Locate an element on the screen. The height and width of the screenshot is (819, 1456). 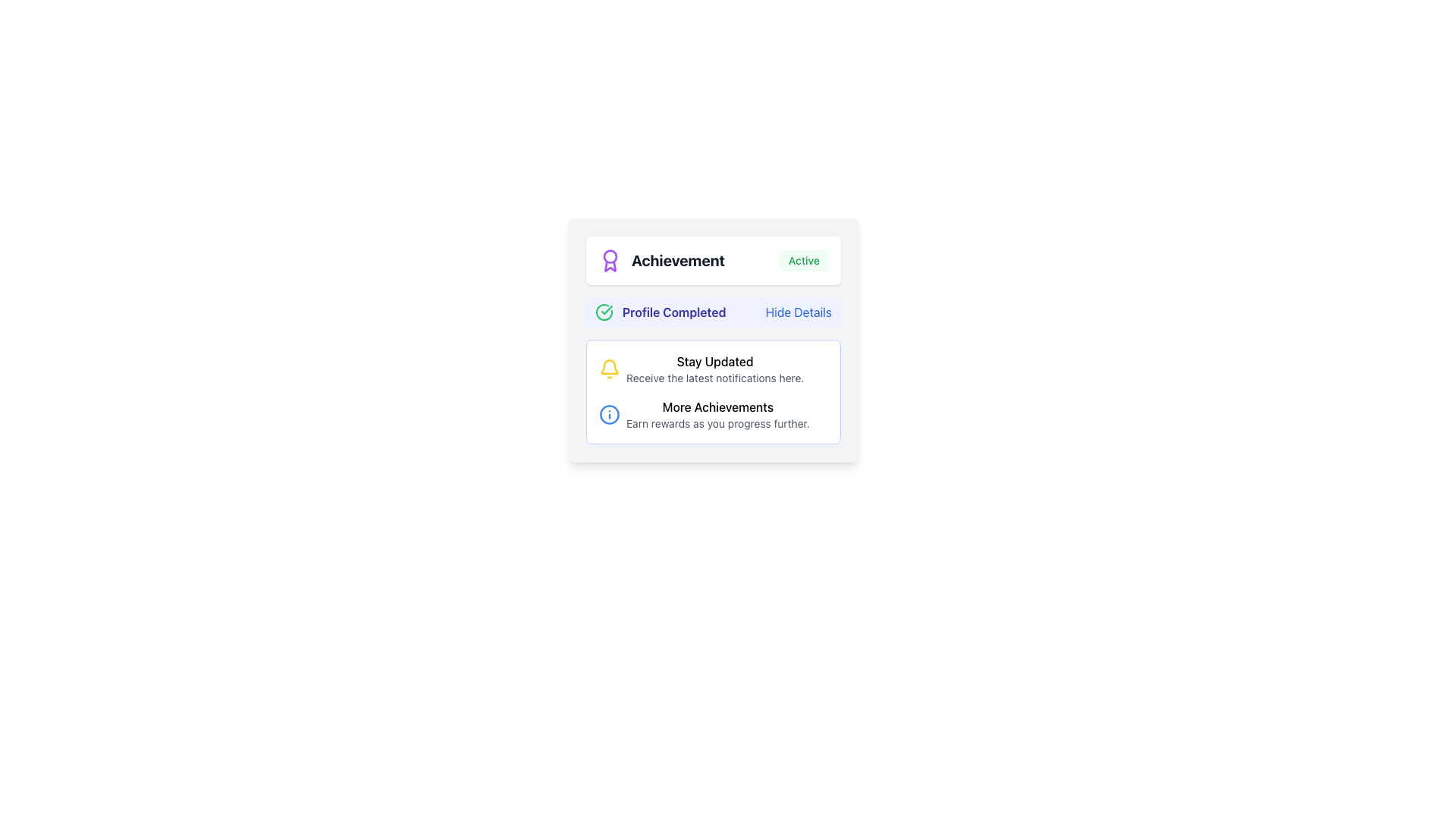
the informational block featuring a yellow bell icon and the text 'Stay Updated' with a subtext 'Receive the latest notifications here.' is located at coordinates (712, 369).